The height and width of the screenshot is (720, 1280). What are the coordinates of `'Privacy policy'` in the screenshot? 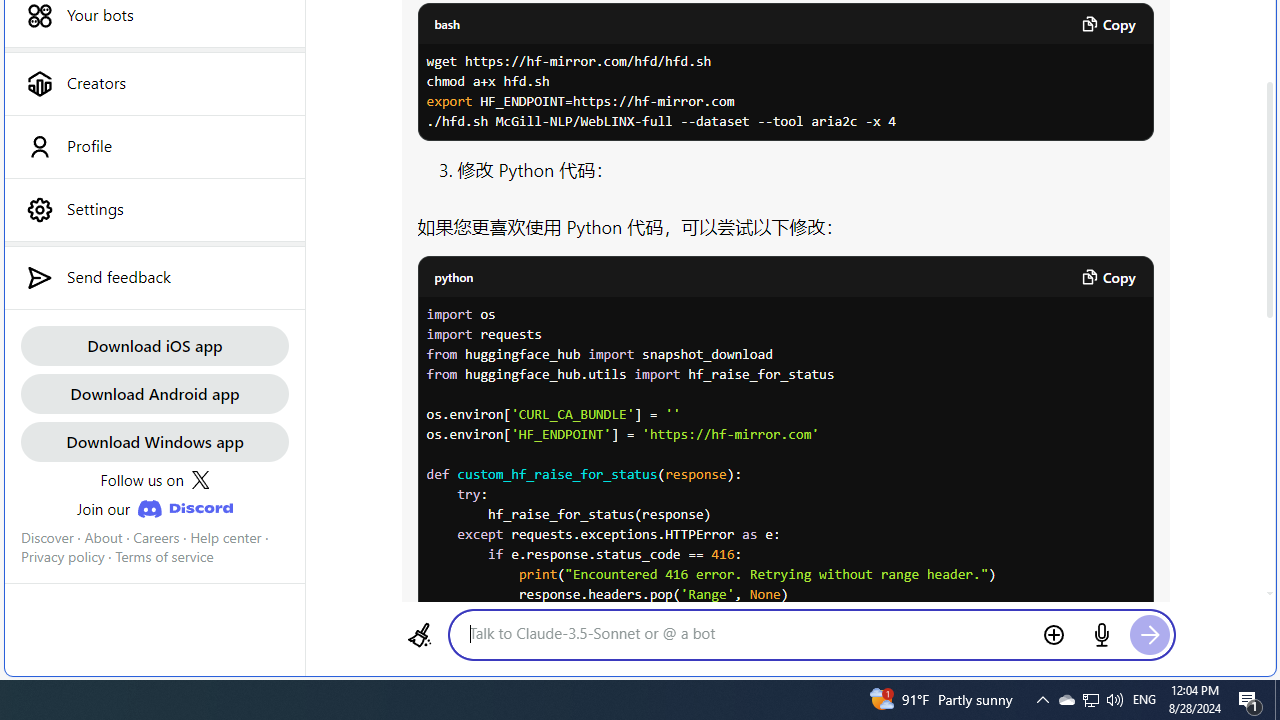 It's located at (62, 557).